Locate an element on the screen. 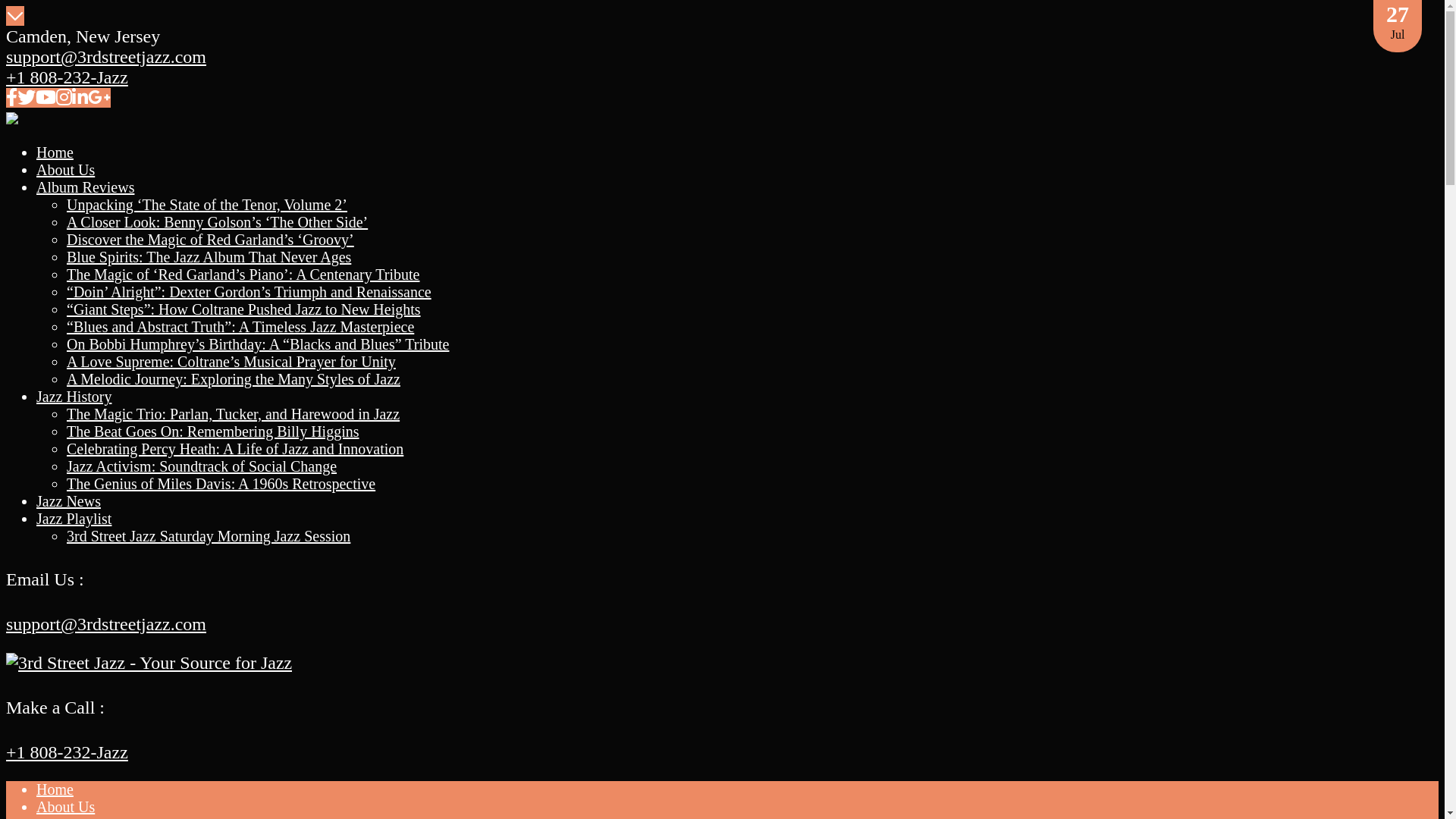 This screenshot has height=819, width=1456. 'Album Reviews' is located at coordinates (36, 186).